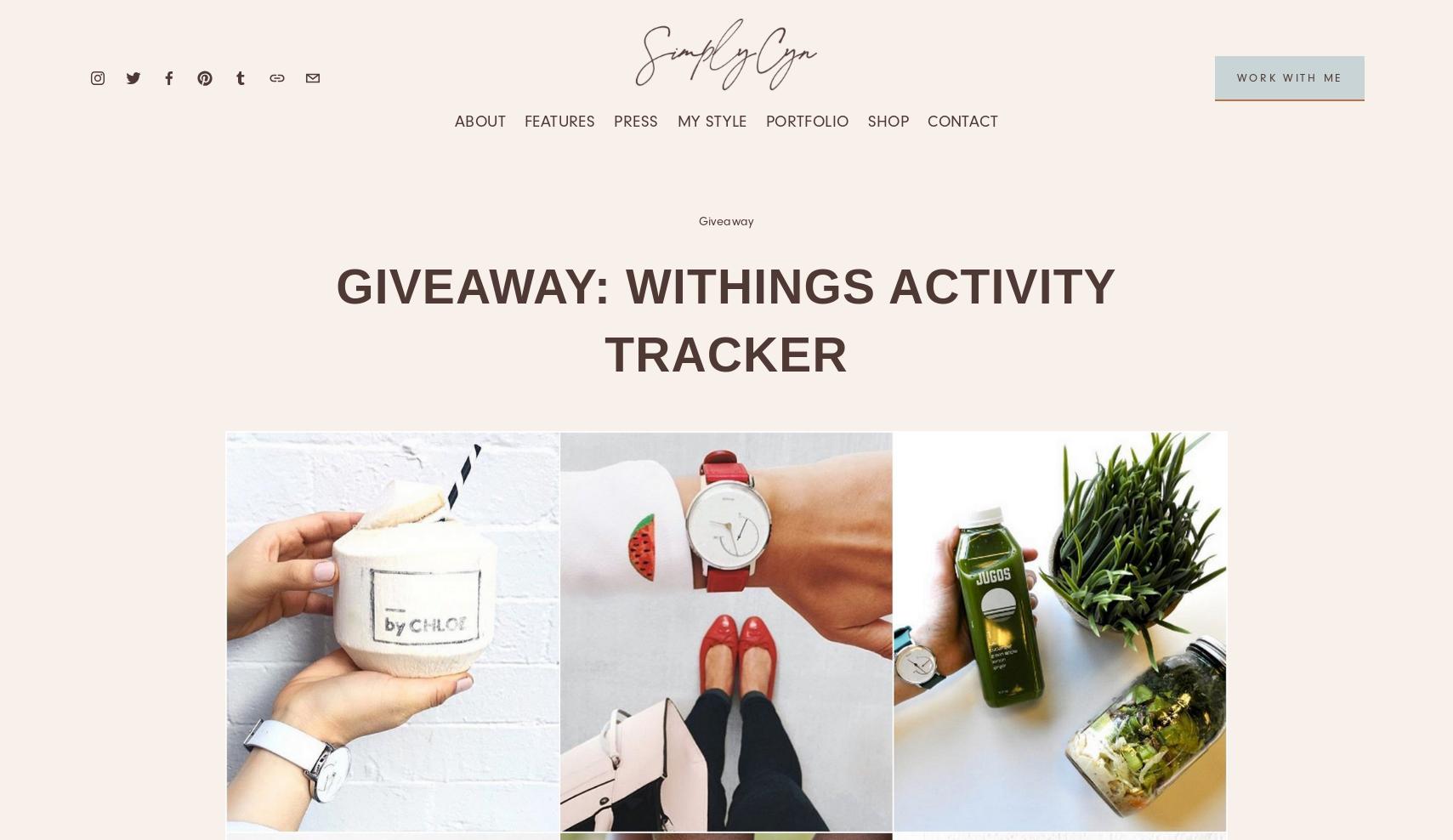 This screenshot has height=840, width=1453. I want to click on 'Portfolio', so click(807, 120).